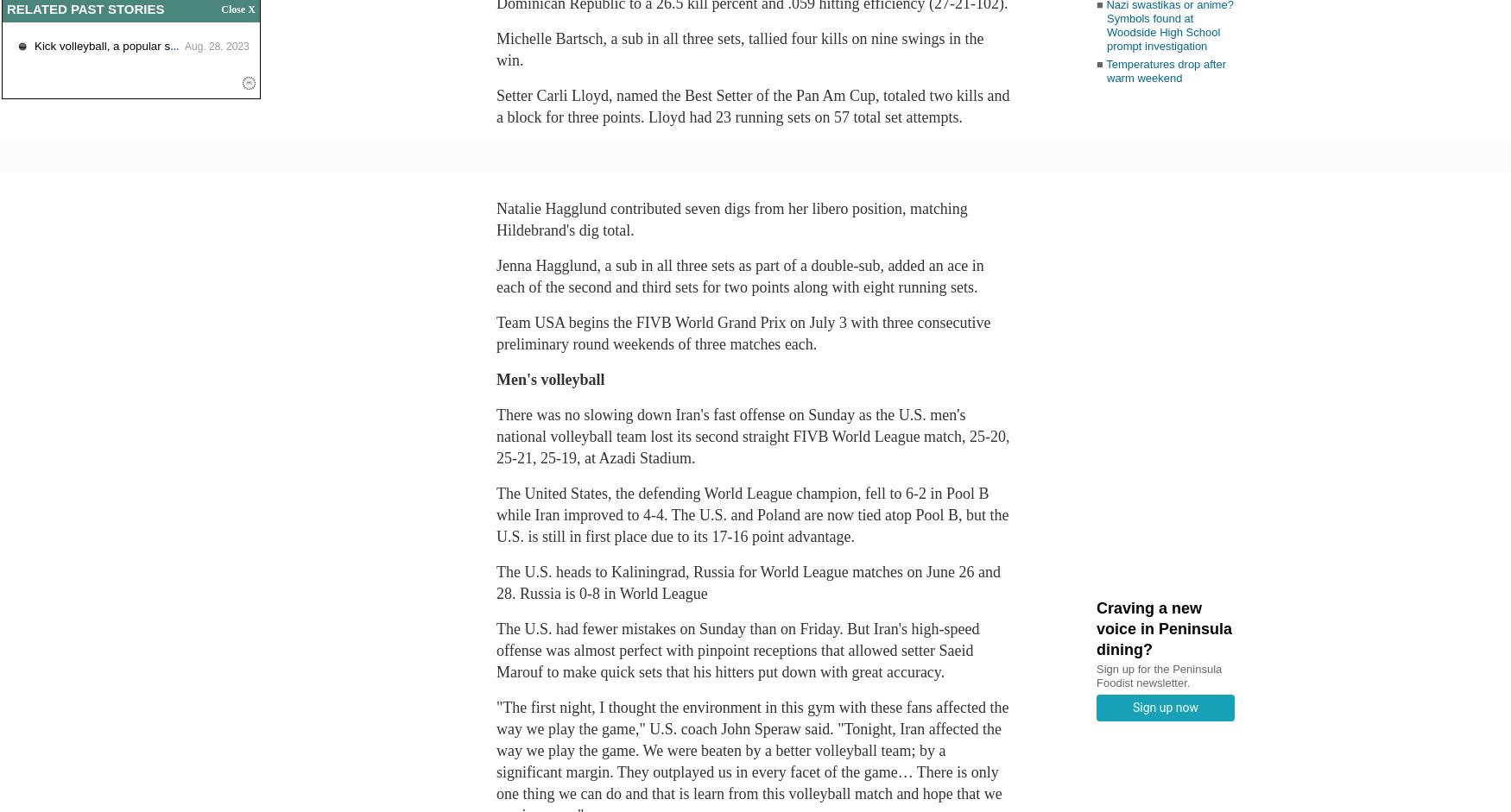 This screenshot has width=1511, height=812. I want to click on 'The U.S. heads to Kaliningrad, Russia for World League matches on June 26 and 28. Russia is 0-8 in World League', so click(748, 582).